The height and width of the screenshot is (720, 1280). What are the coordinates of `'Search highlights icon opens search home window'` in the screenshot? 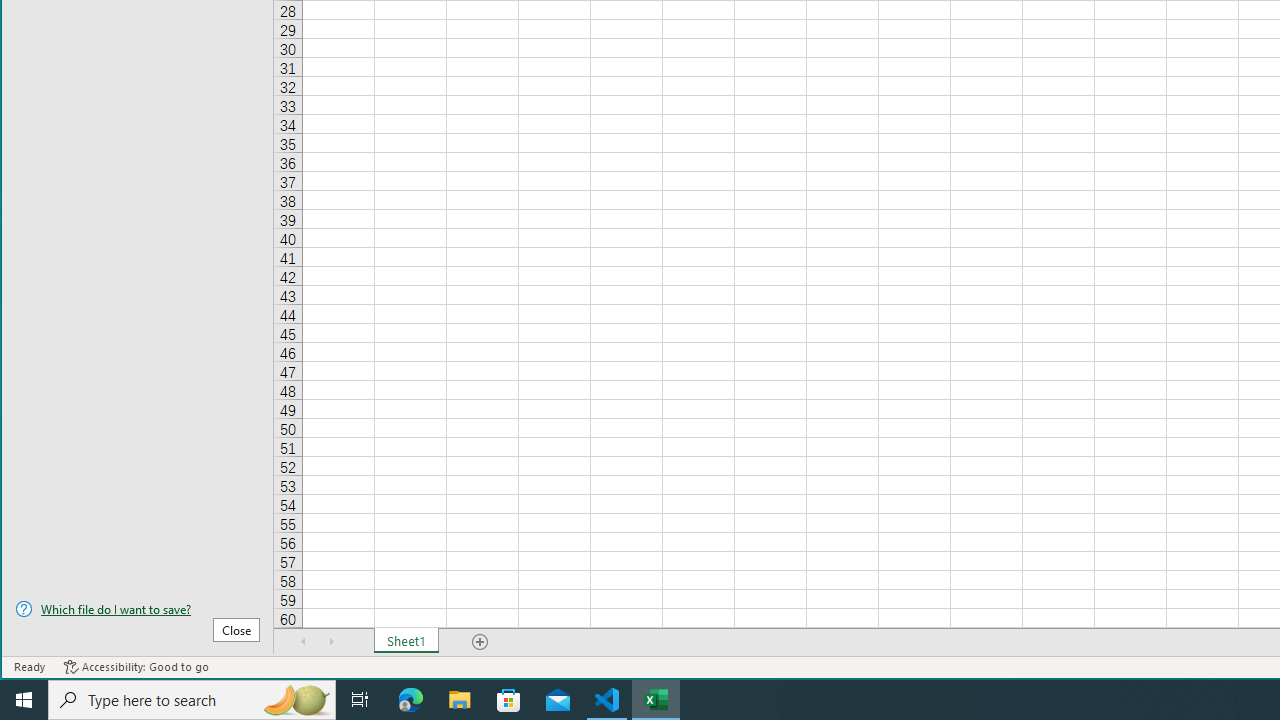 It's located at (294, 698).